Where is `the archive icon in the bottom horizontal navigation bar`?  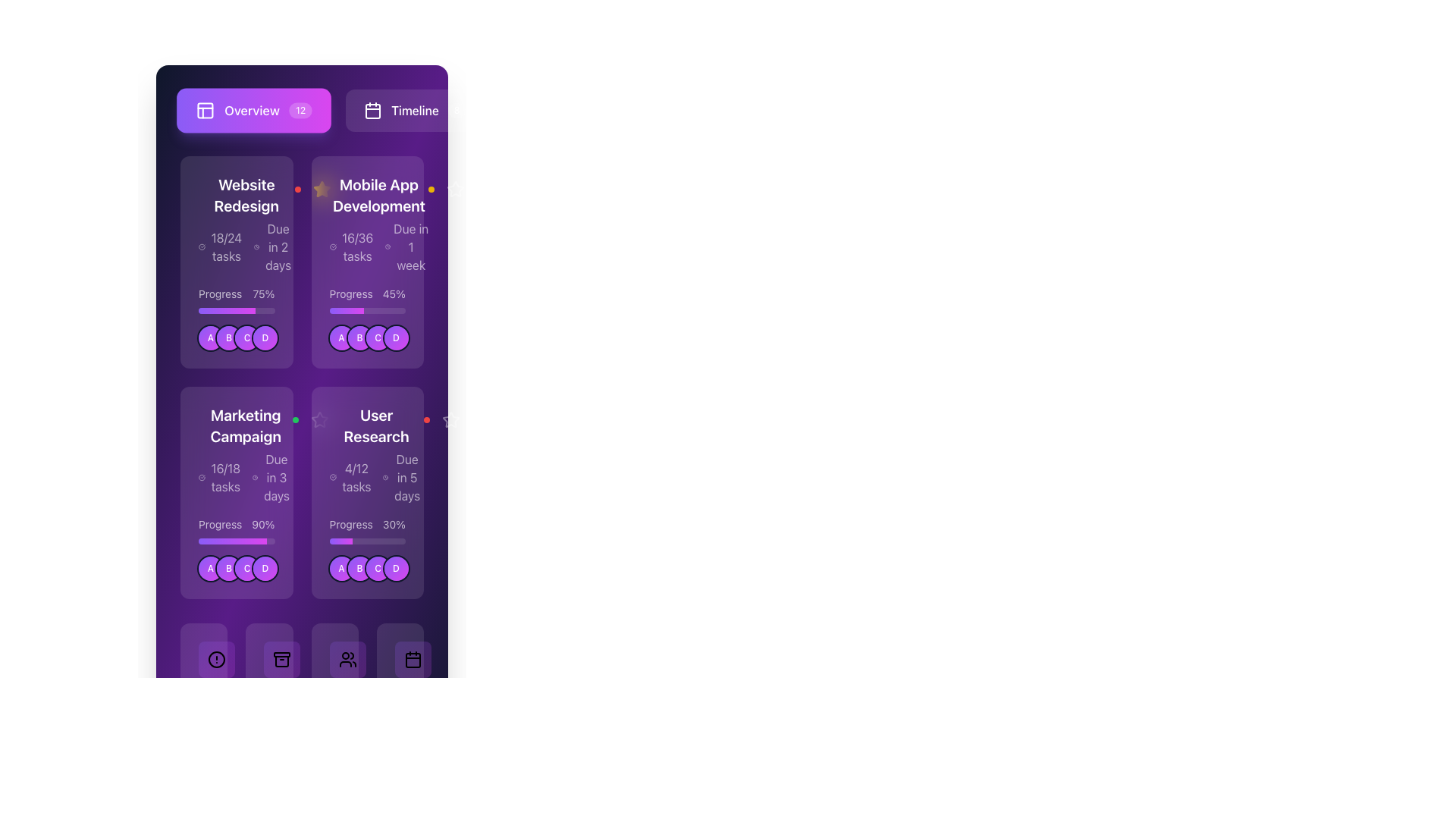 the archive icon in the bottom horizontal navigation bar is located at coordinates (282, 659).